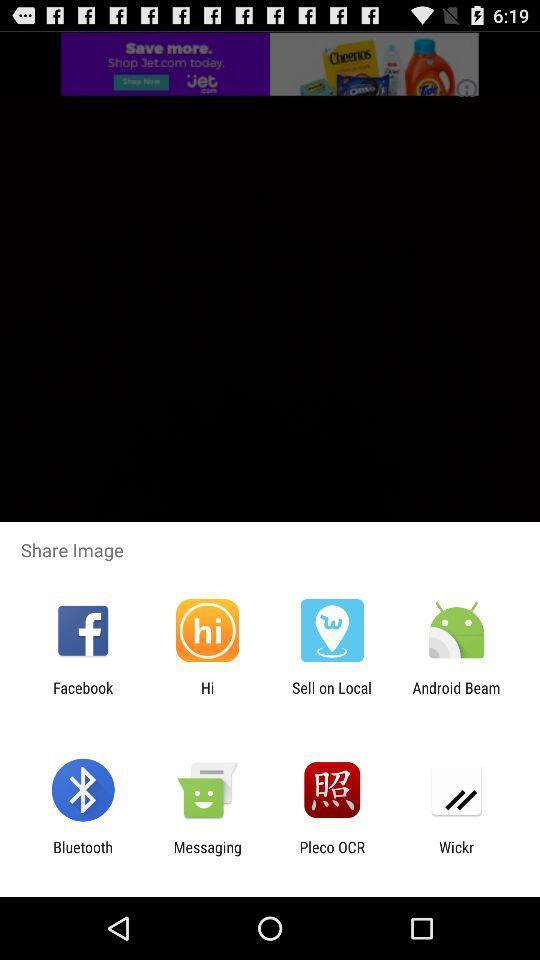 The image size is (540, 960). What do you see at coordinates (206, 855) in the screenshot?
I see `the icon next to the pleco ocr` at bounding box center [206, 855].